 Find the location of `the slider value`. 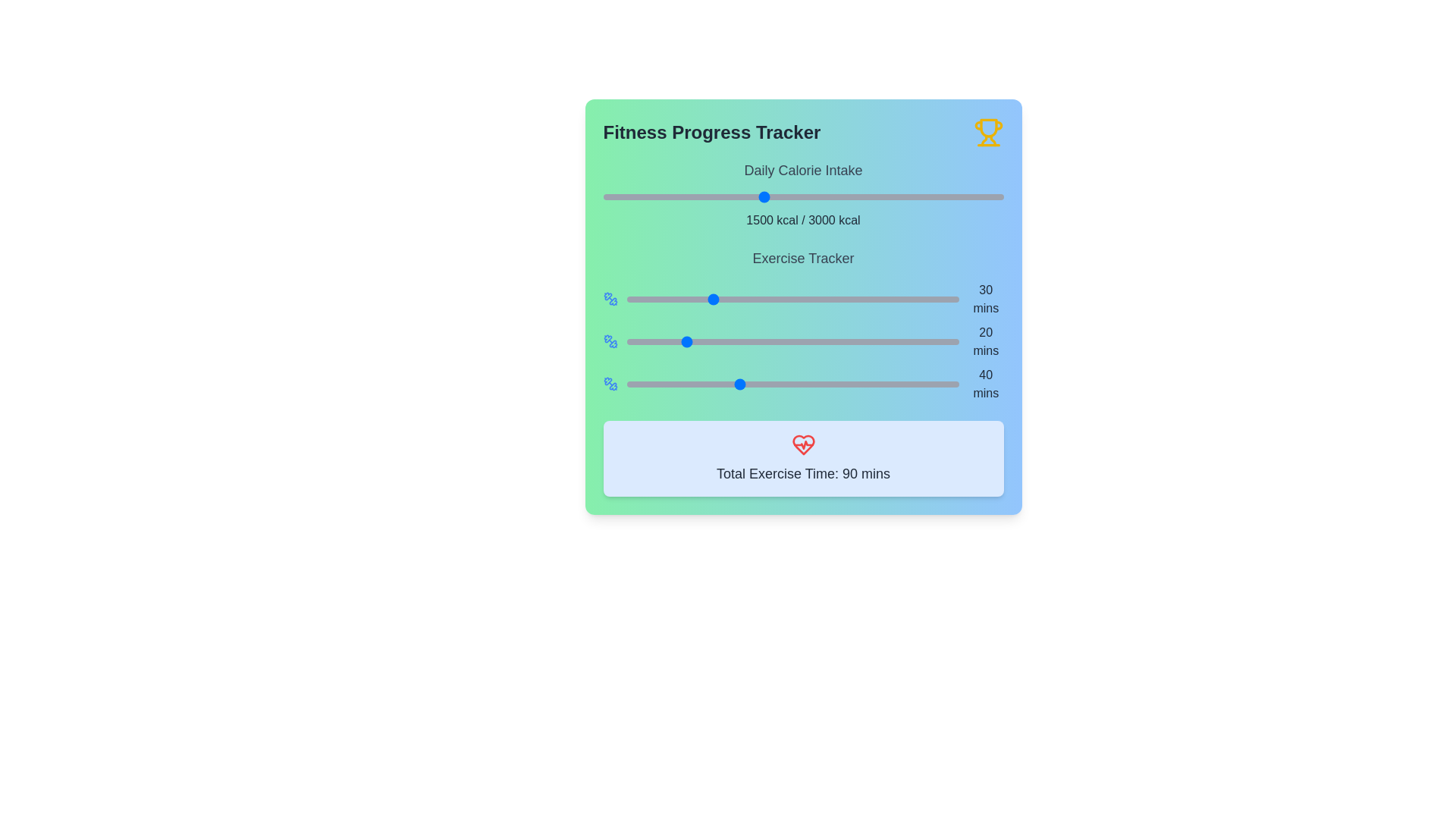

the slider value is located at coordinates (777, 342).